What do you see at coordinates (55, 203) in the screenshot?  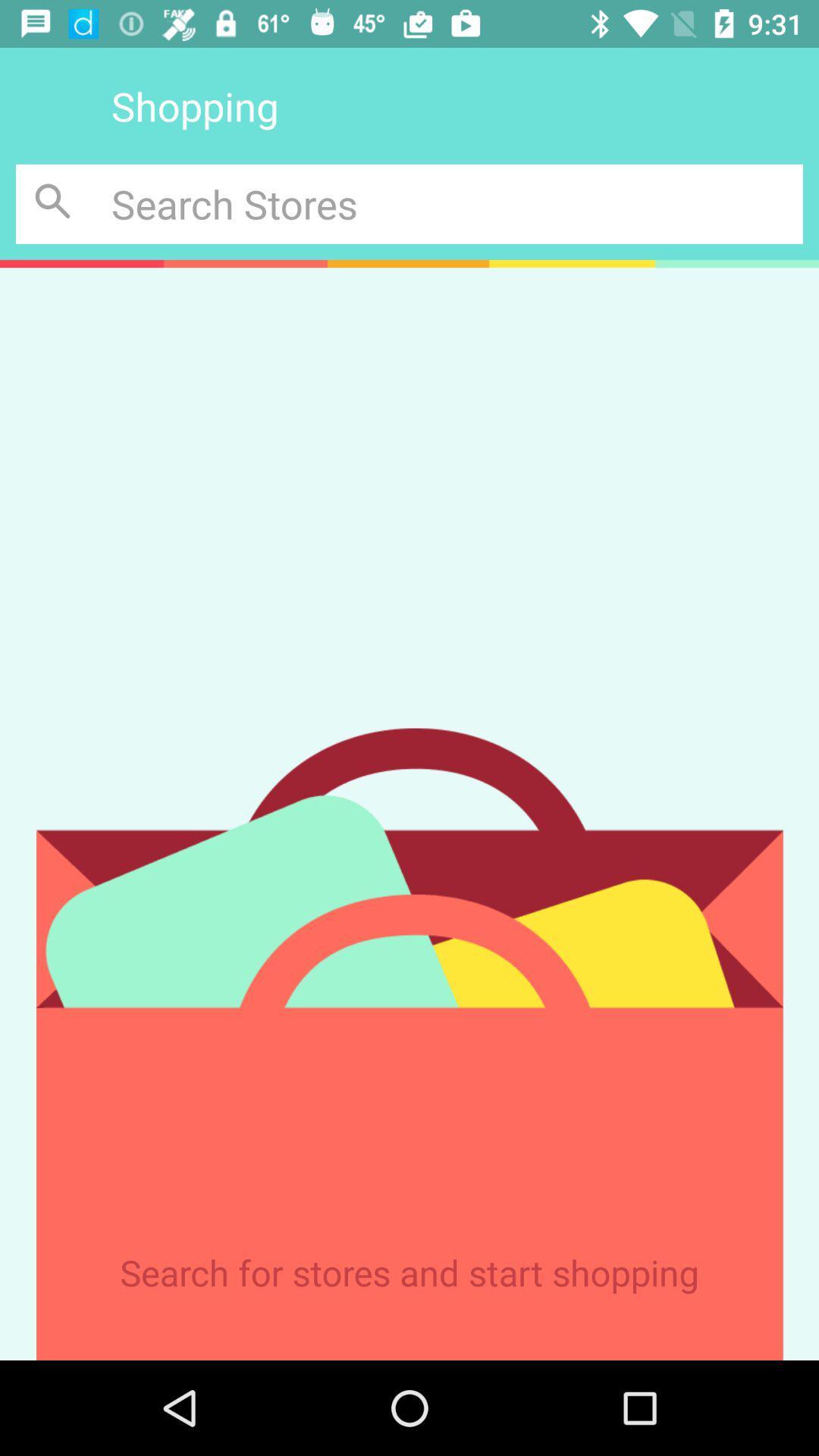 I see `begin search` at bounding box center [55, 203].